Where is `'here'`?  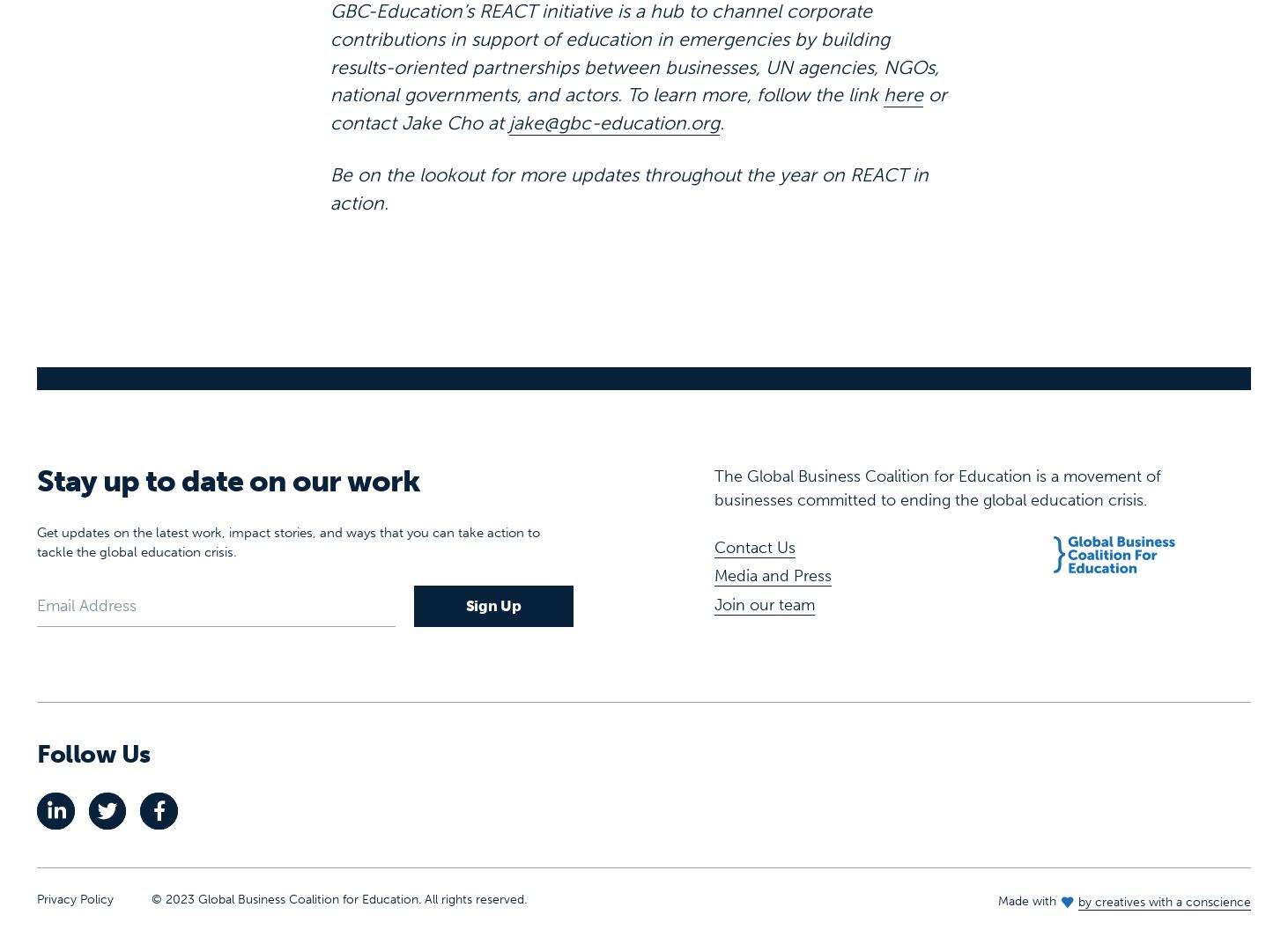 'here' is located at coordinates (902, 39).